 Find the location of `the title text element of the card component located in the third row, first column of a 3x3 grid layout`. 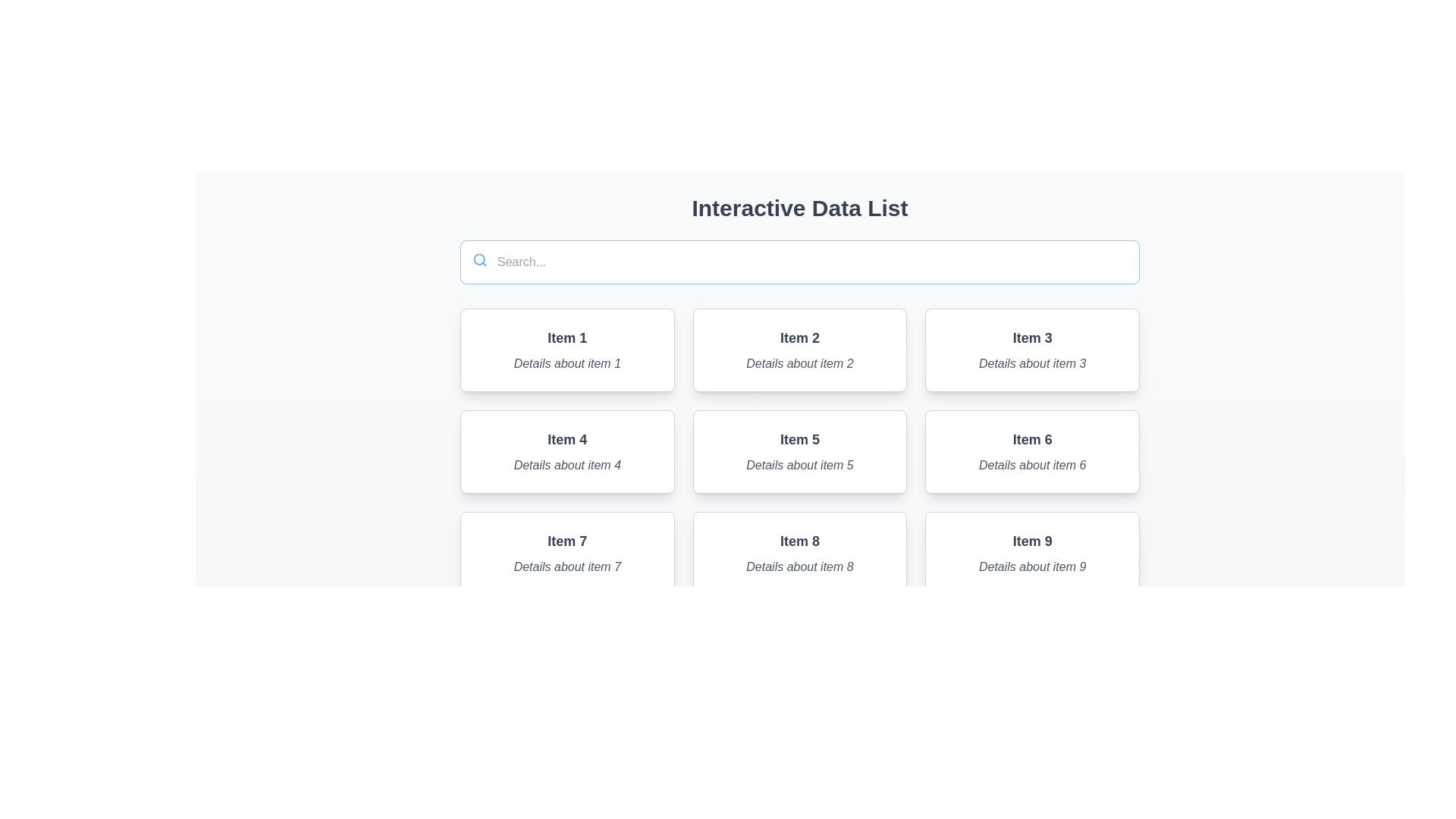

the title text element of the card component located in the third row, first column of a 3x3 grid layout is located at coordinates (566, 540).